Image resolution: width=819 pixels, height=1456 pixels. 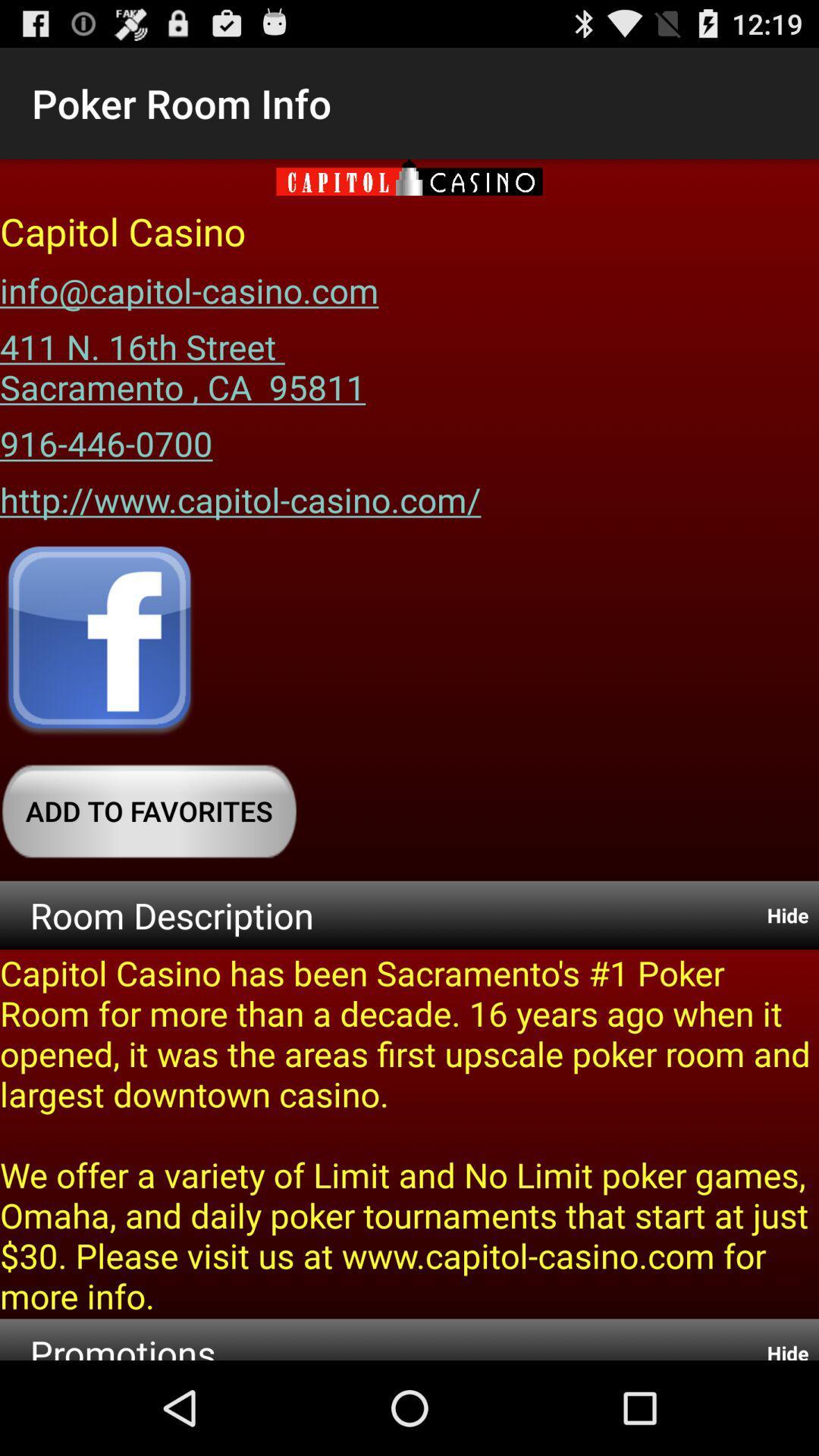 I want to click on the 411 n 16th, so click(x=182, y=360).